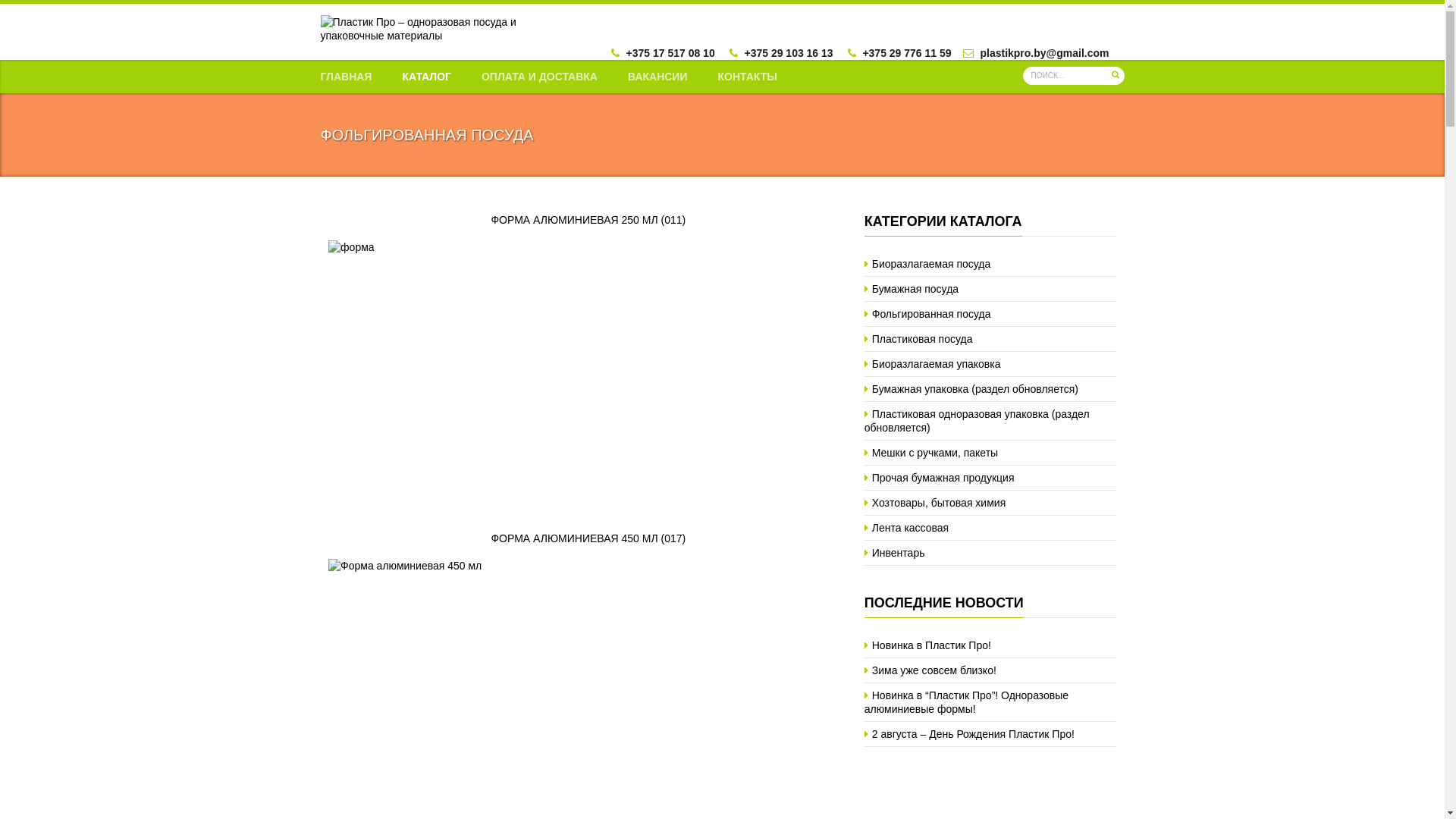 The width and height of the screenshot is (1456, 819). I want to click on 'plastikpro.by@gmail.com', so click(1043, 52).